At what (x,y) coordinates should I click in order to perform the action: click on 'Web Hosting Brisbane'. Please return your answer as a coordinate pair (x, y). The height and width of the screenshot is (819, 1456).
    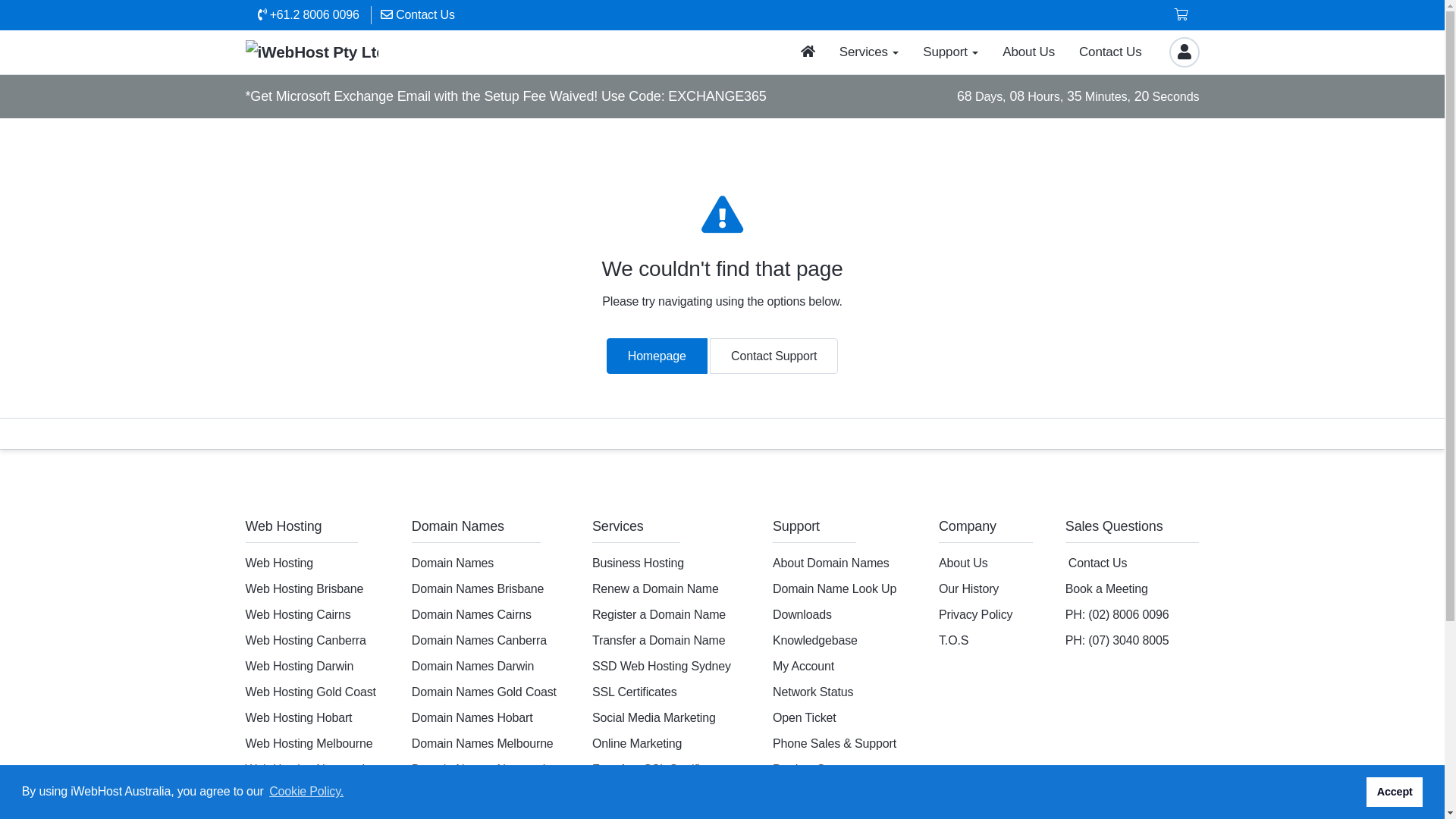
    Looking at the image, I should click on (304, 588).